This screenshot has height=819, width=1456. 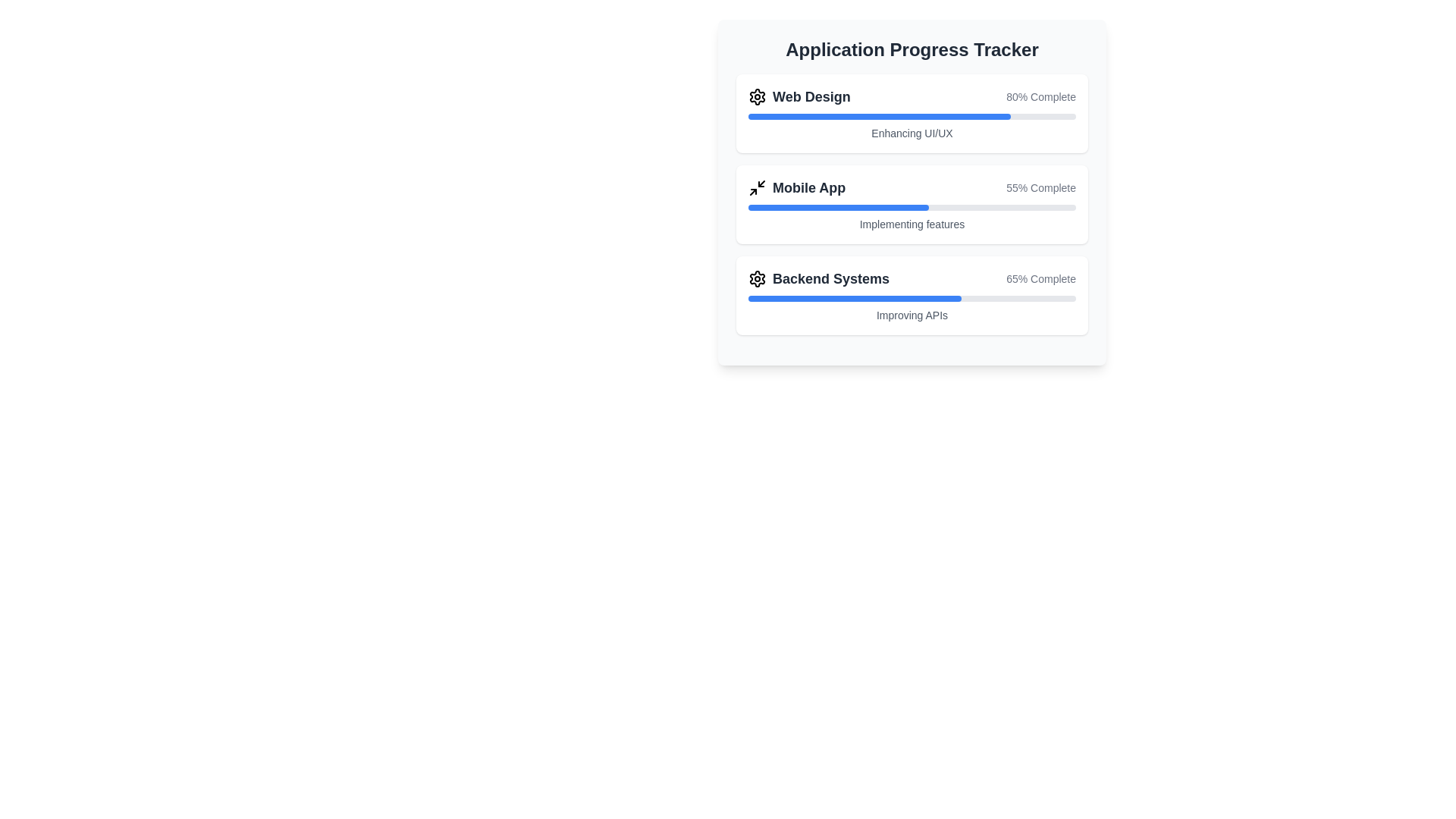 What do you see at coordinates (879, 116) in the screenshot?
I see `the blue-colored, rounded progress bar indicating 80% progress in the Web Design section of the progress tracker interface` at bounding box center [879, 116].